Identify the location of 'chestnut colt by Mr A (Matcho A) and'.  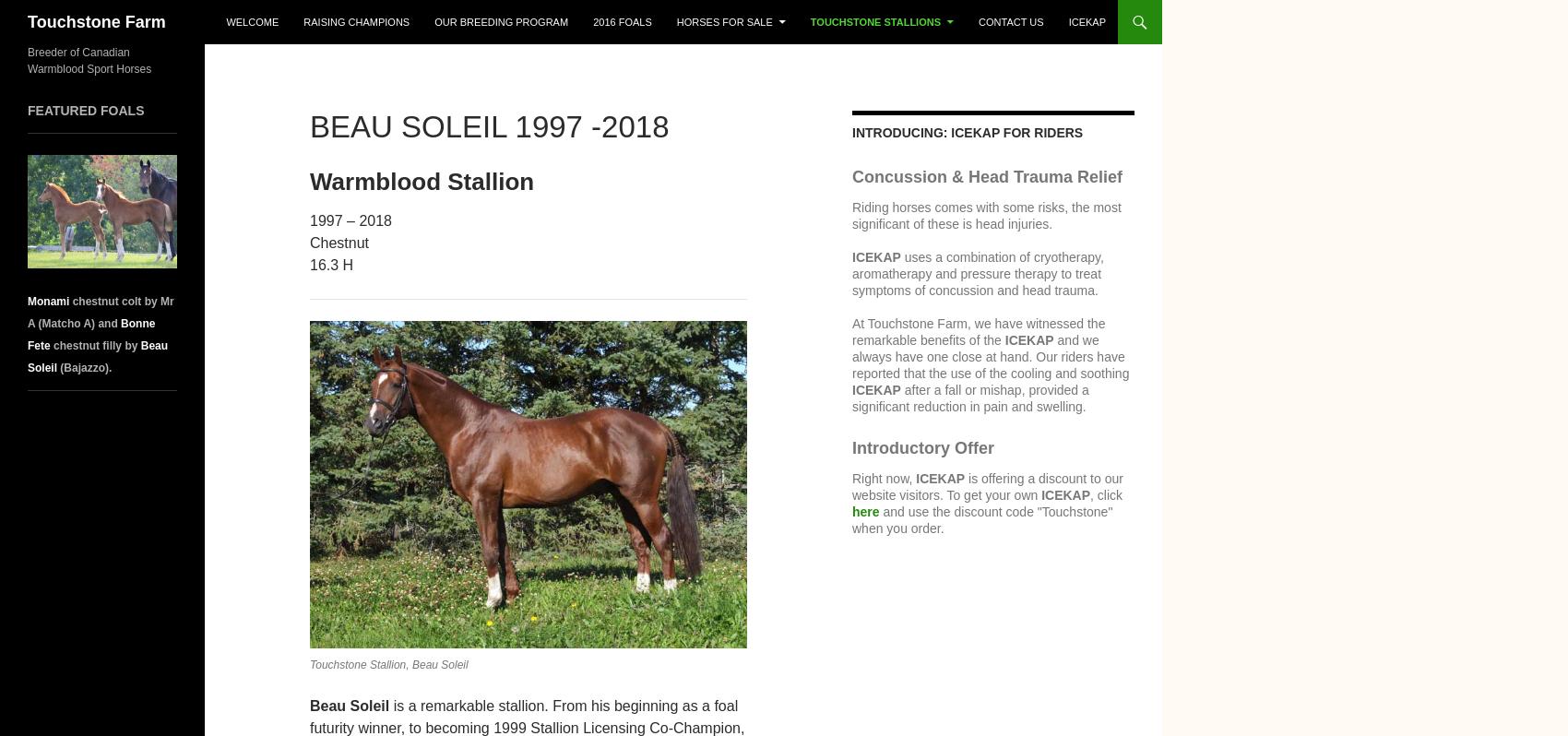
(99, 312).